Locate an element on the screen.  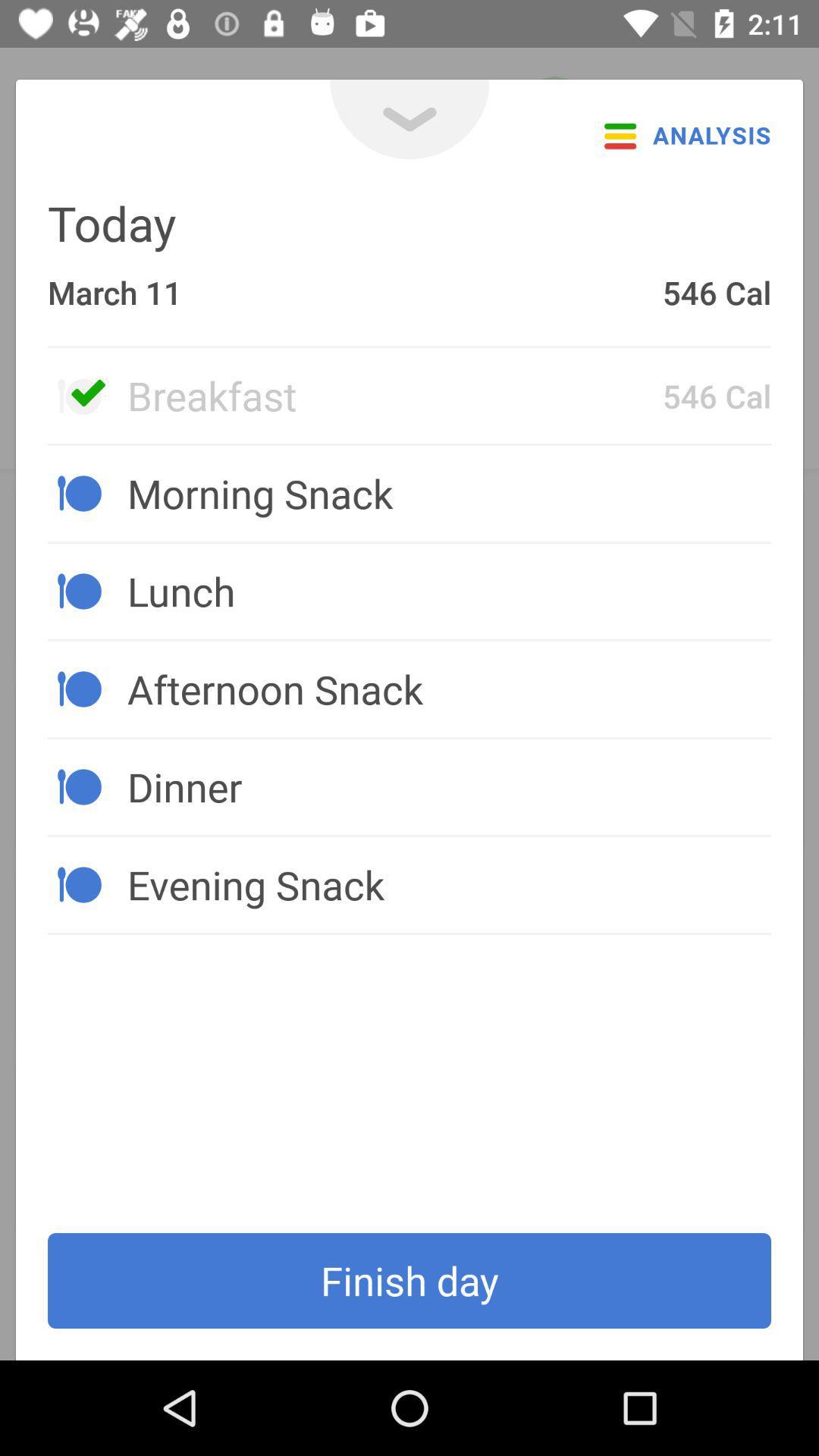
the item next to 546 cal icon is located at coordinates (394, 395).